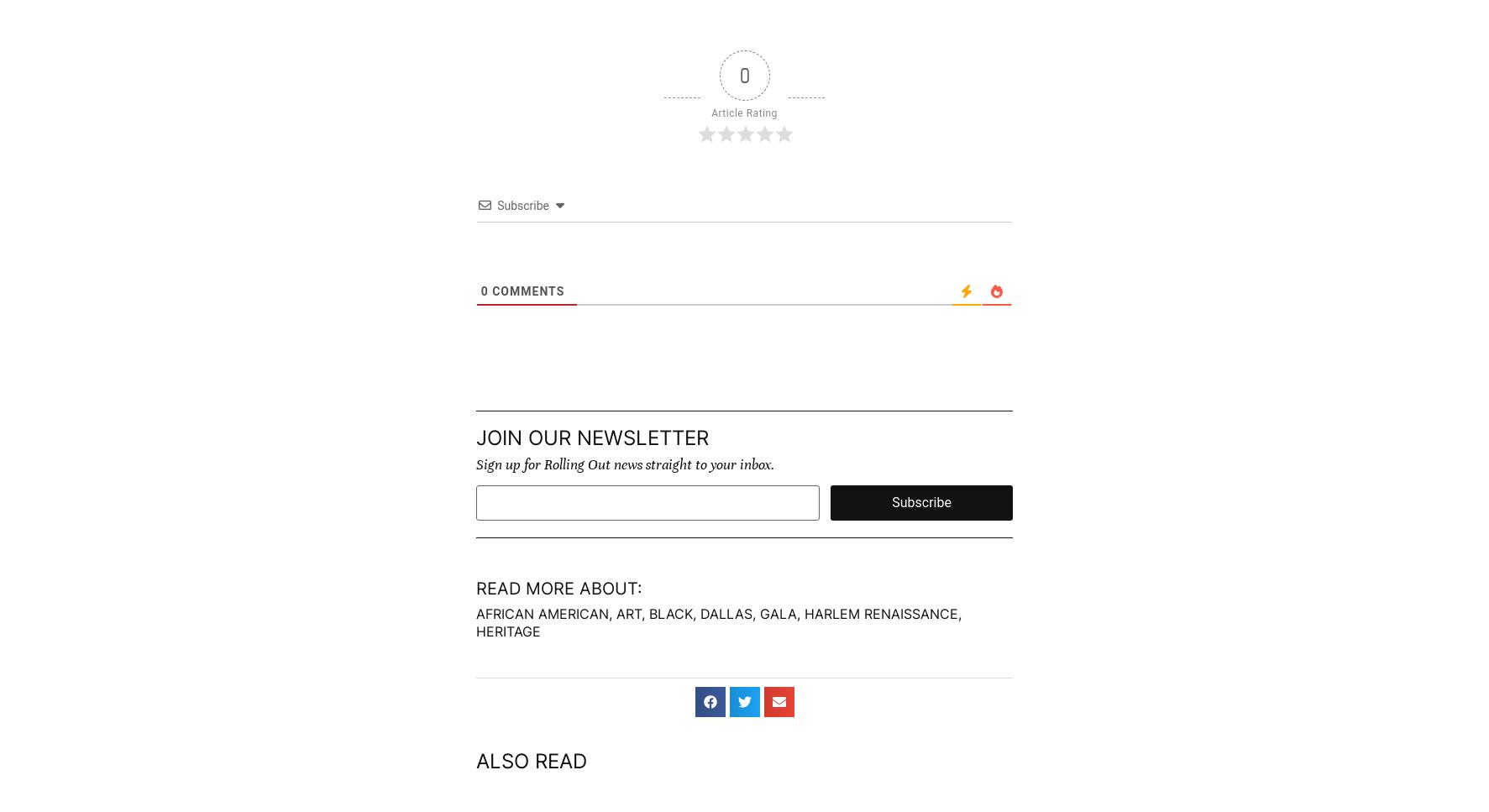 This screenshot has height=812, width=1489. Describe the element at coordinates (474, 761) in the screenshot. I see `'Also read'` at that location.